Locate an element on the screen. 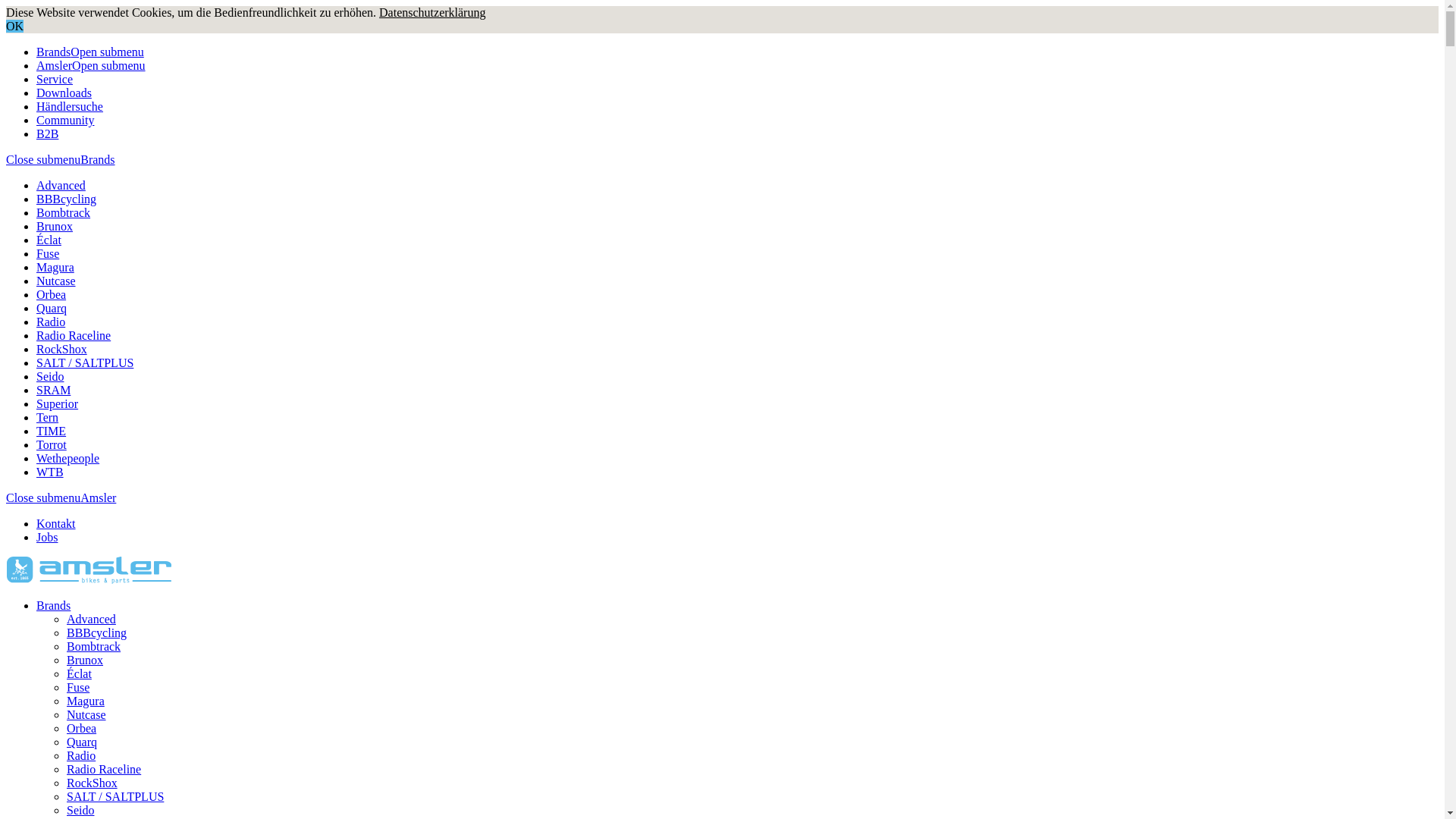  'Magura' is located at coordinates (85, 701).